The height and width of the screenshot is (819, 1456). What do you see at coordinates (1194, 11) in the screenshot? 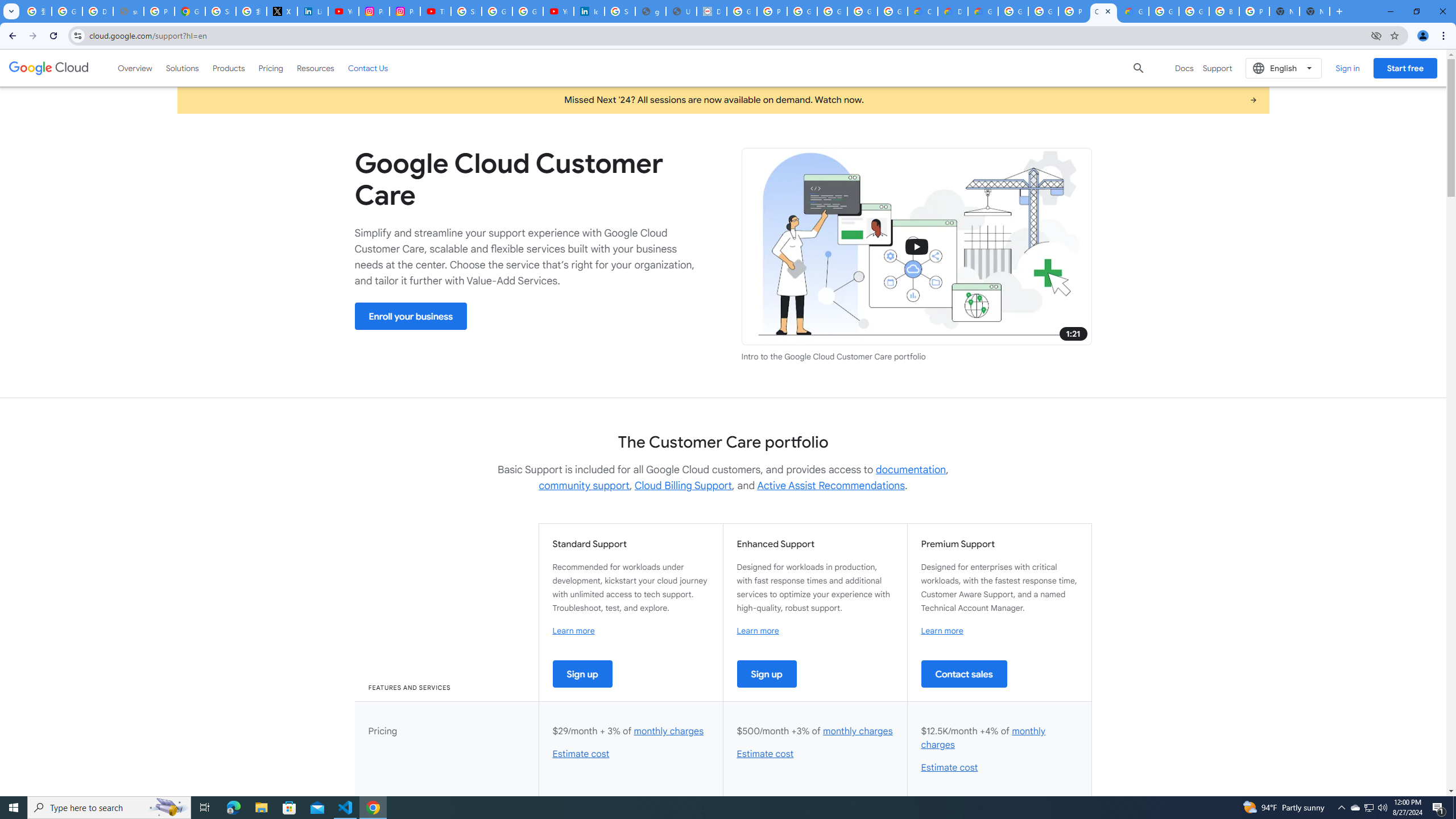
I see `'Google Cloud Platform'` at bounding box center [1194, 11].